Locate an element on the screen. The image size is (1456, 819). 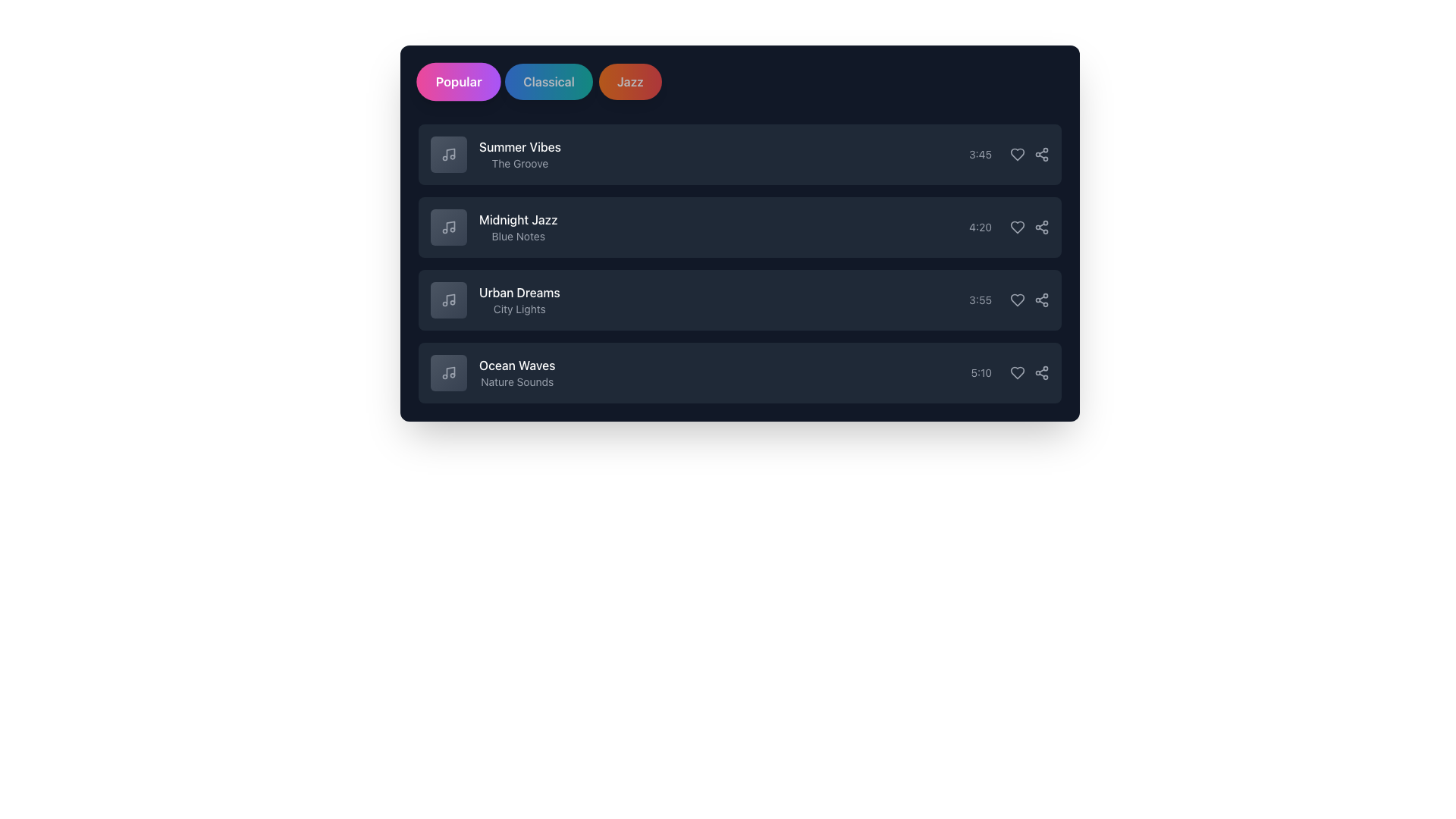
the descriptive subtitle text label located directly beneath the 'Ocean Waves' title in the audio tracks list is located at coordinates (517, 381).